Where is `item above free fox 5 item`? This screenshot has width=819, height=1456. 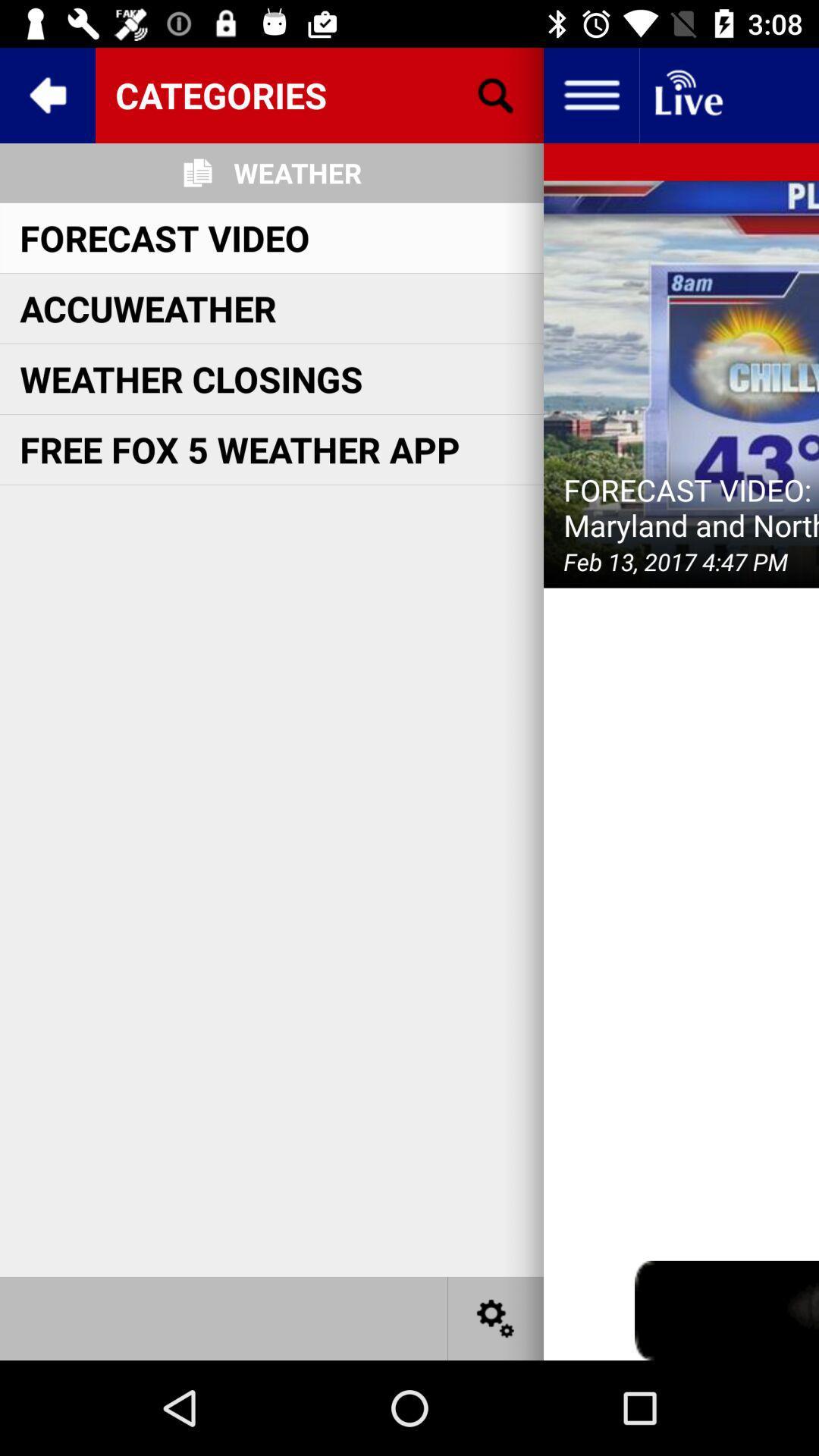 item above free fox 5 item is located at coordinates (190, 378).